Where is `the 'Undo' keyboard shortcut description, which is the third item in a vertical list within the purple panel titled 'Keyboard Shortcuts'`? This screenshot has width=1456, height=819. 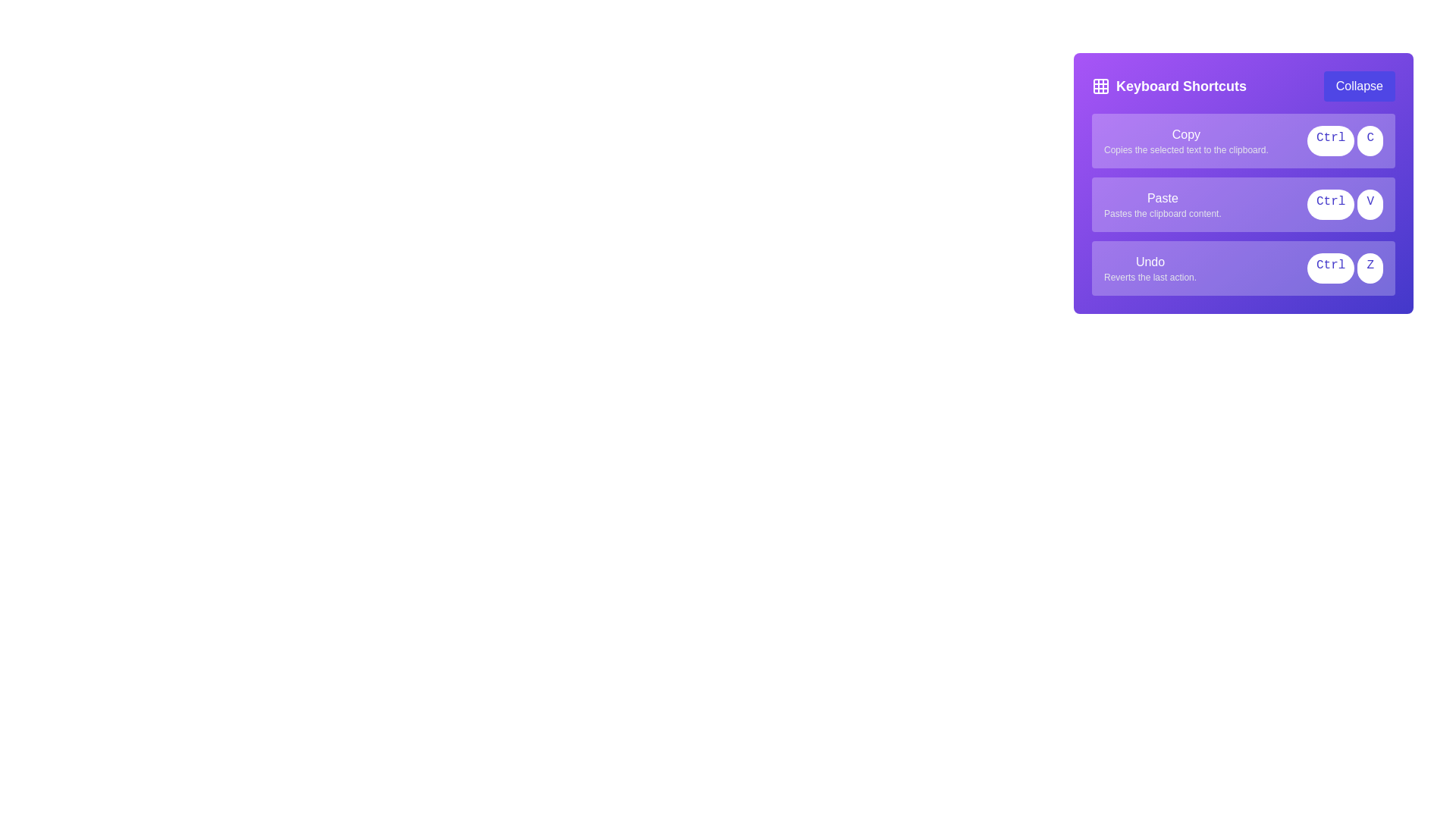 the 'Undo' keyboard shortcut description, which is the third item in a vertical list within the purple panel titled 'Keyboard Shortcuts' is located at coordinates (1150, 268).